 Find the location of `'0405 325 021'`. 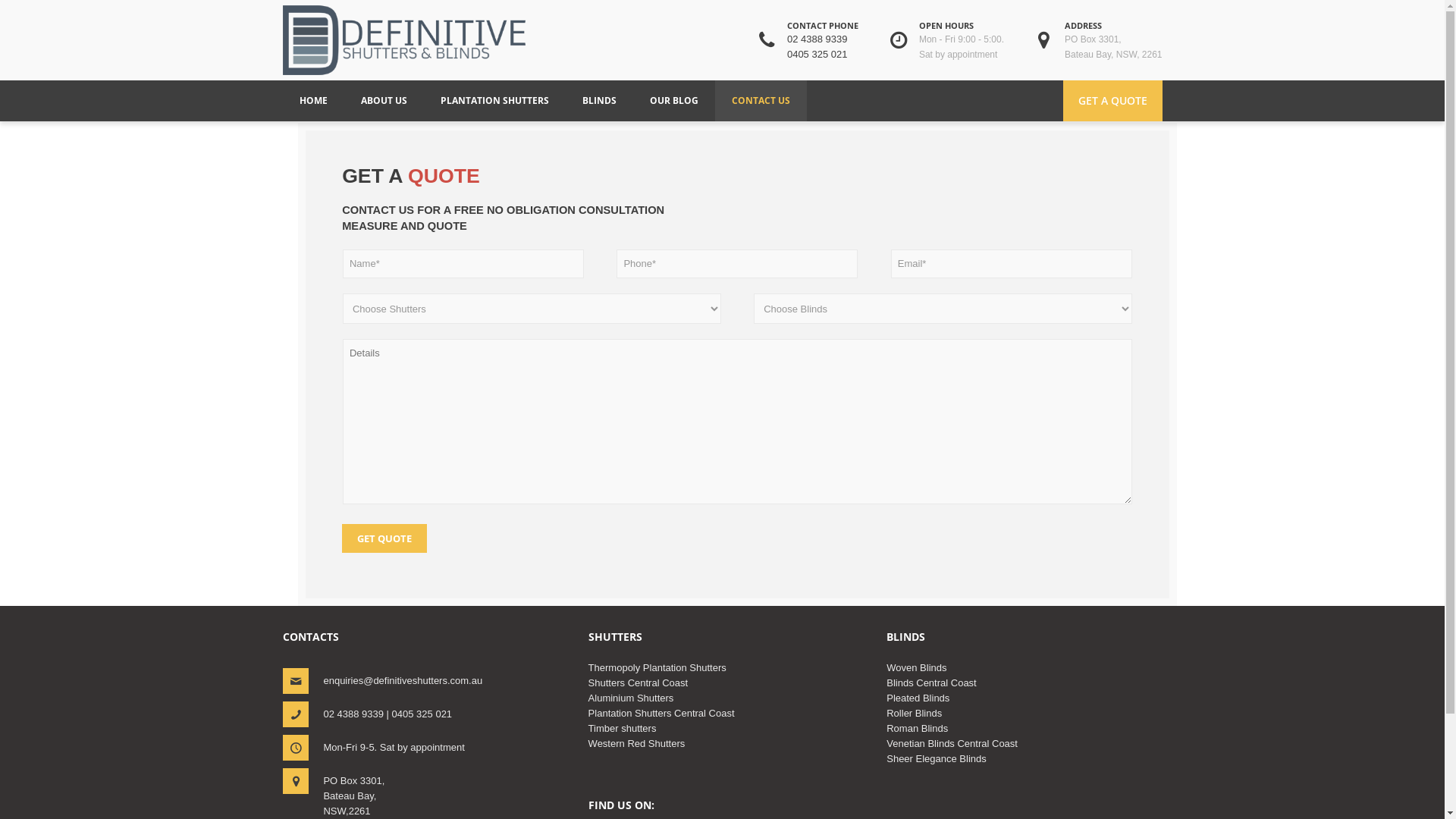

'0405 325 021' is located at coordinates (817, 53).